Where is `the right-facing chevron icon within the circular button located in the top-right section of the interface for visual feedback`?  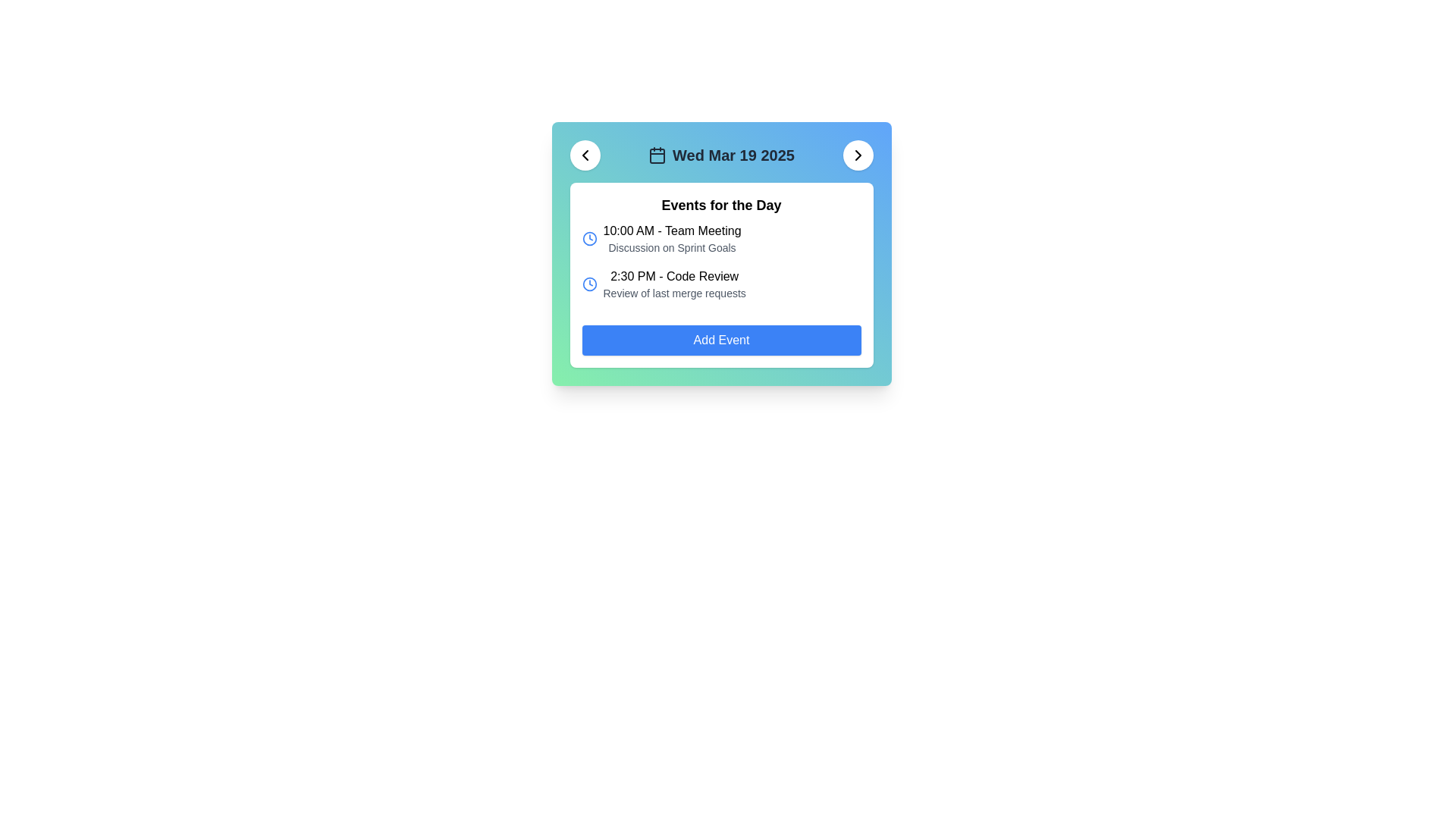 the right-facing chevron icon within the circular button located in the top-right section of the interface for visual feedback is located at coordinates (858, 155).